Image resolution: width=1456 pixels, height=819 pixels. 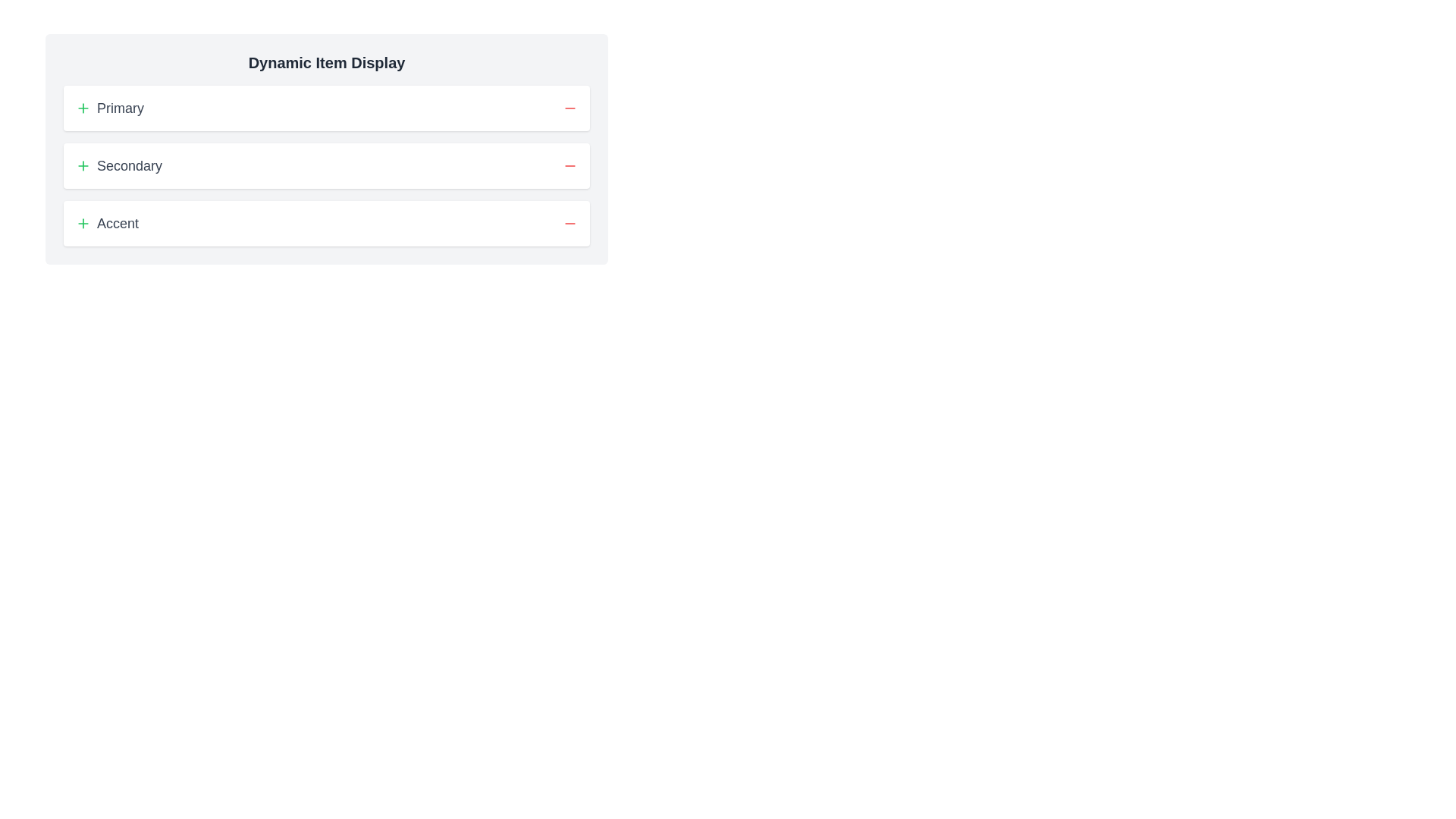 I want to click on the text label displaying 'Secondary', which is positioned below 'Primary' and above 'Accent', and is aligned with the '+' icon to its left, so click(x=130, y=166).